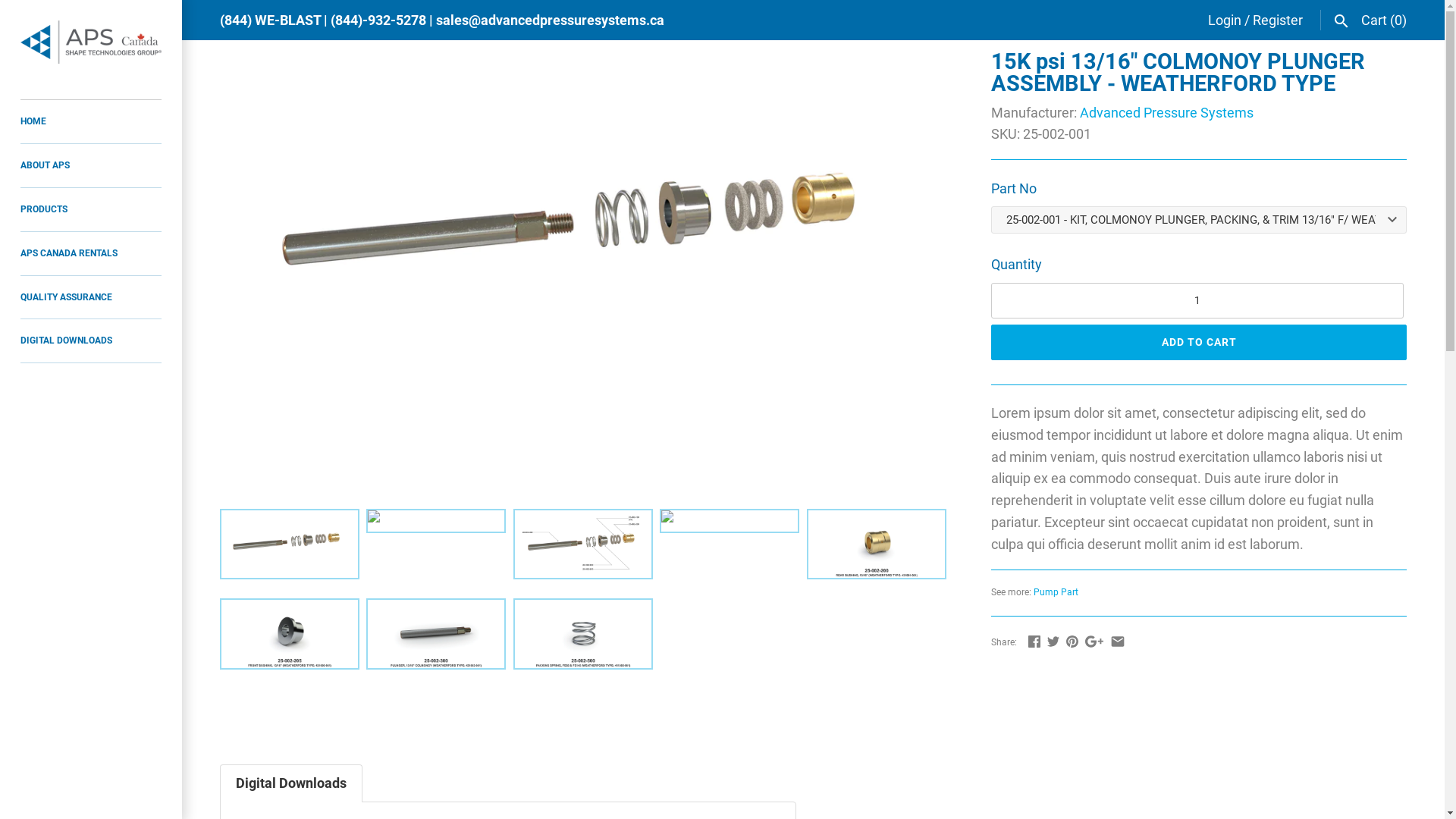 This screenshot has height=819, width=1456. Describe the element at coordinates (1117, 641) in the screenshot. I see `'Email'` at that location.